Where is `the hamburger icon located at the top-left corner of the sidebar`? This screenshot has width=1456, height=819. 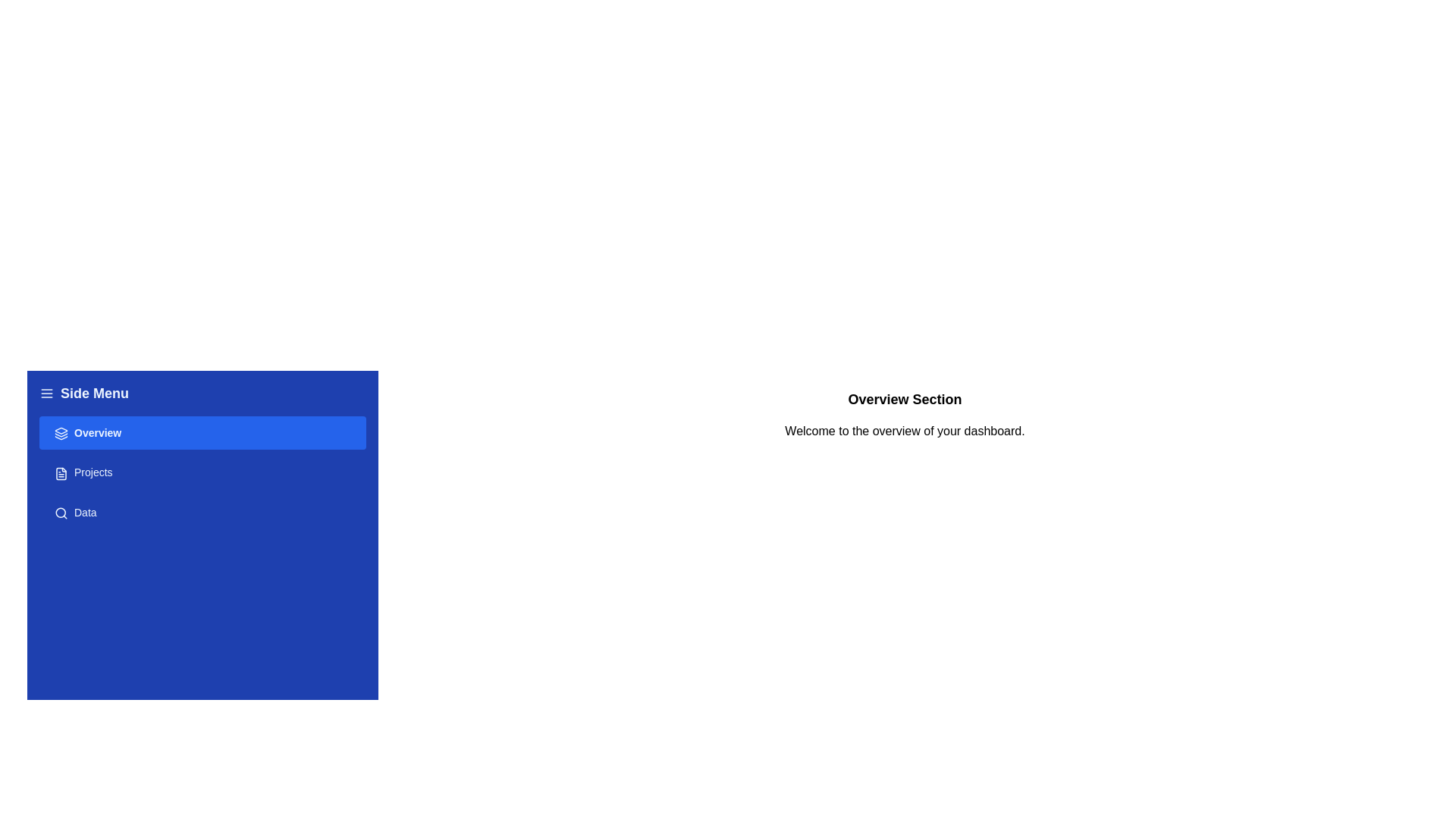 the hamburger icon located at the top-left corner of the sidebar is located at coordinates (47, 393).